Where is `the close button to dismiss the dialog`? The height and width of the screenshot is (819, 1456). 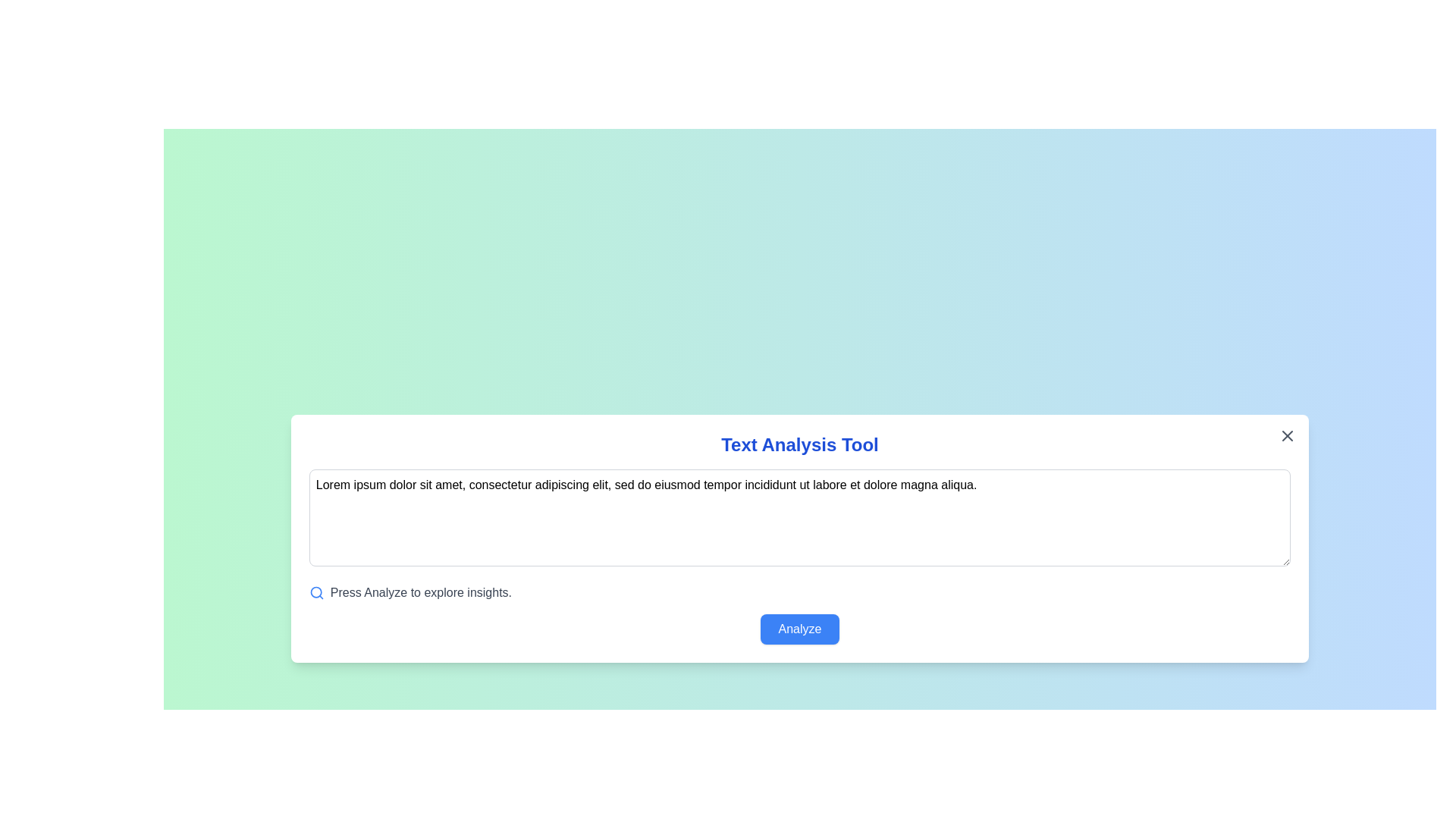
the close button to dismiss the dialog is located at coordinates (1287, 435).